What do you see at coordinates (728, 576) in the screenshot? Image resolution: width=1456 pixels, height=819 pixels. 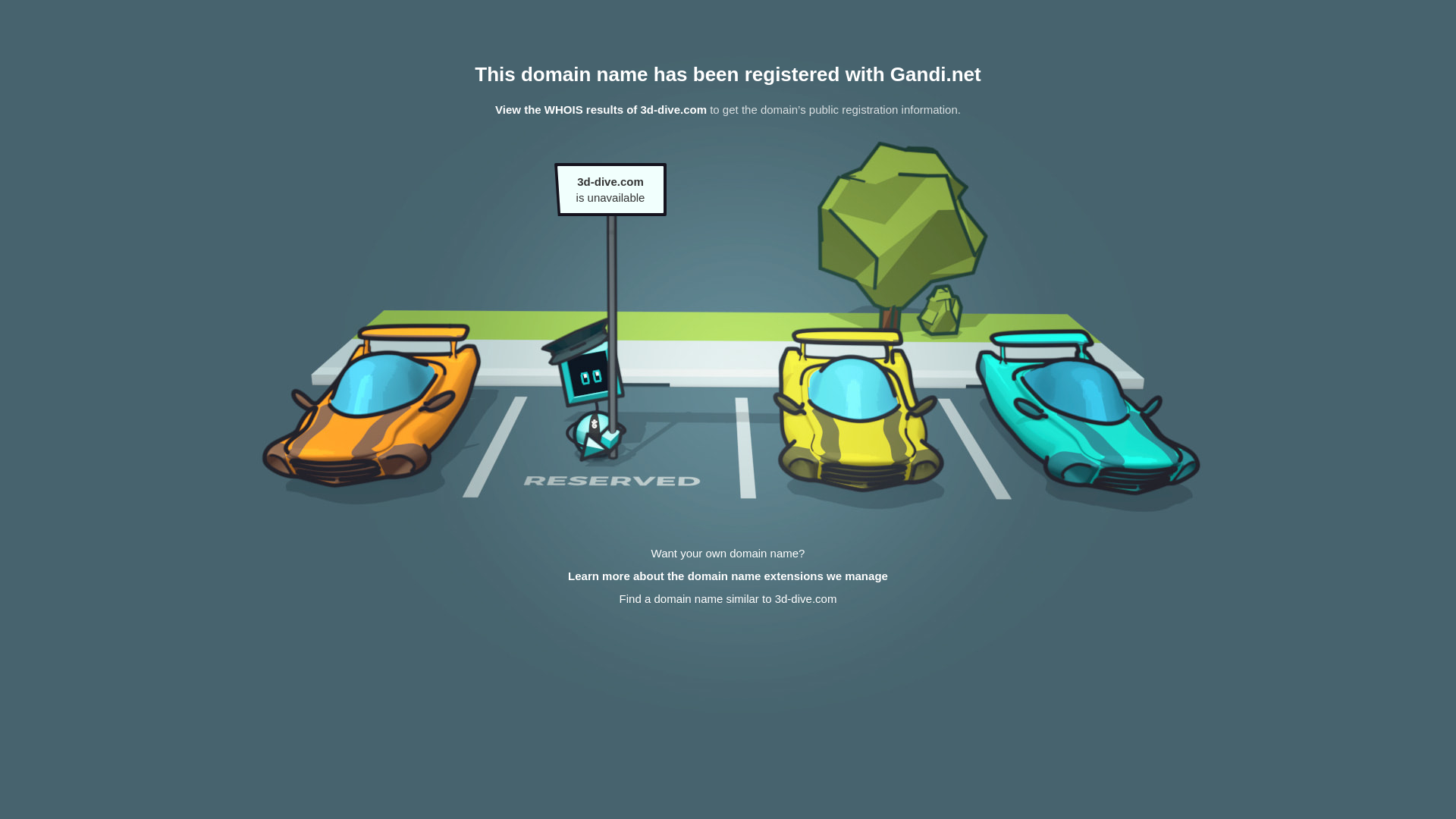 I see `'Learn more about the domain name extensions we manage'` at bounding box center [728, 576].